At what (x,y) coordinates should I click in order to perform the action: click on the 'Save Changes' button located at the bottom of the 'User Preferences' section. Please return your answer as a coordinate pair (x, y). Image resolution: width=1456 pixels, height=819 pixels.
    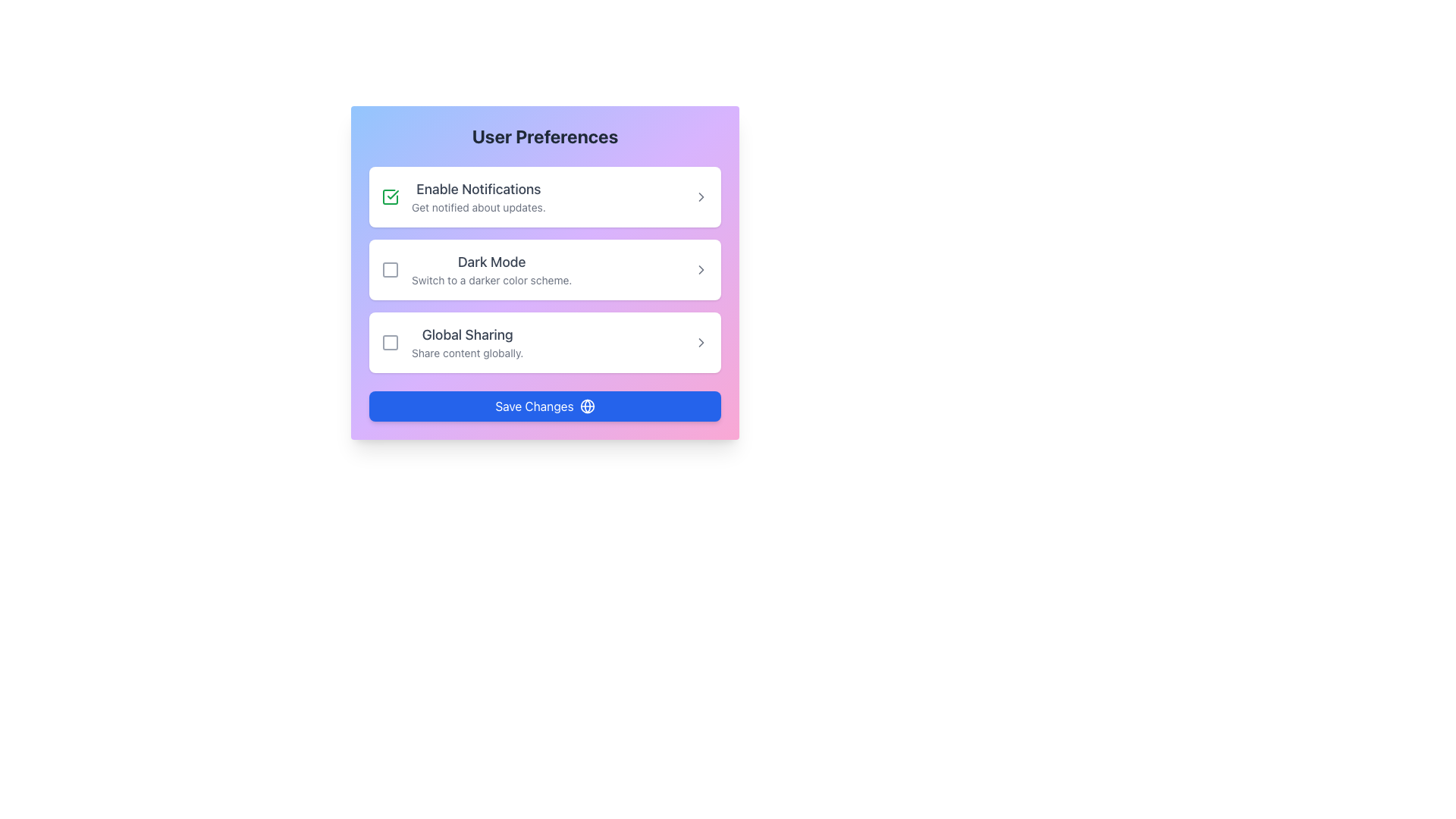
    Looking at the image, I should click on (545, 406).